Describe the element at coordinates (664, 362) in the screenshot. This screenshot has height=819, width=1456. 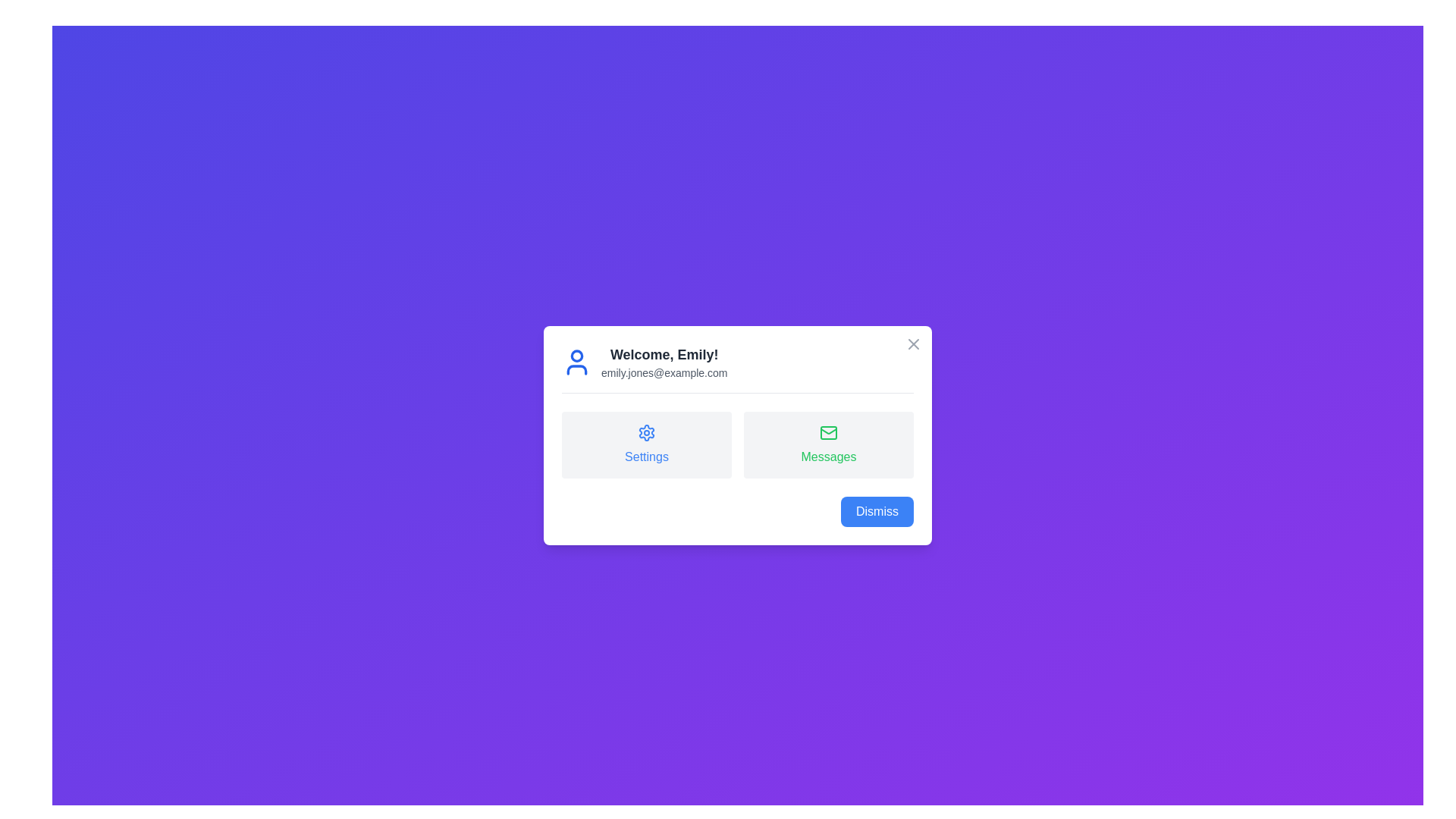
I see `user identifier and personal greeting text located in the upper left region of the card overlay, positioned to the right of the user avatar icon` at that location.